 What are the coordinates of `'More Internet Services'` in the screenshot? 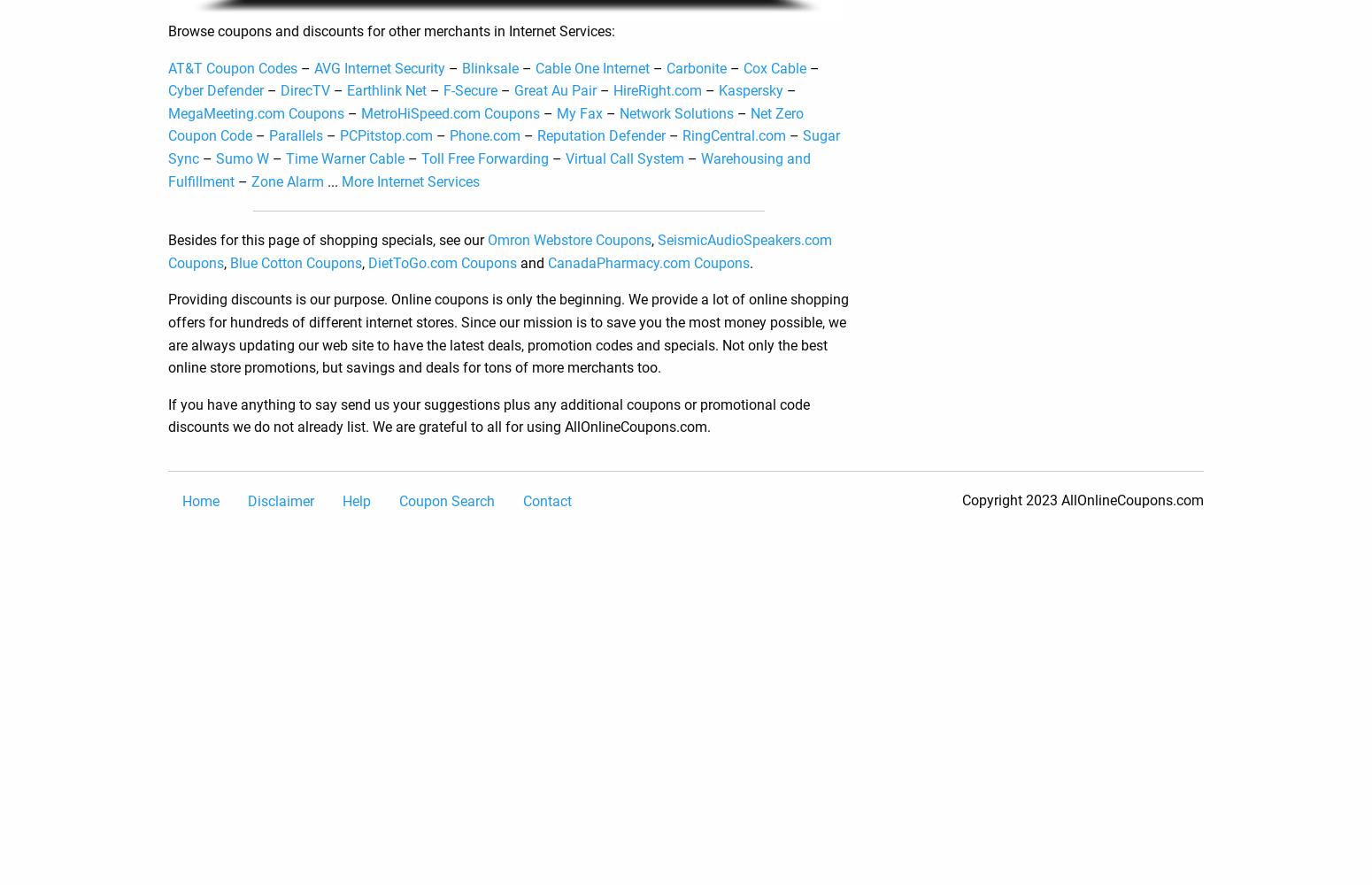 It's located at (411, 180).